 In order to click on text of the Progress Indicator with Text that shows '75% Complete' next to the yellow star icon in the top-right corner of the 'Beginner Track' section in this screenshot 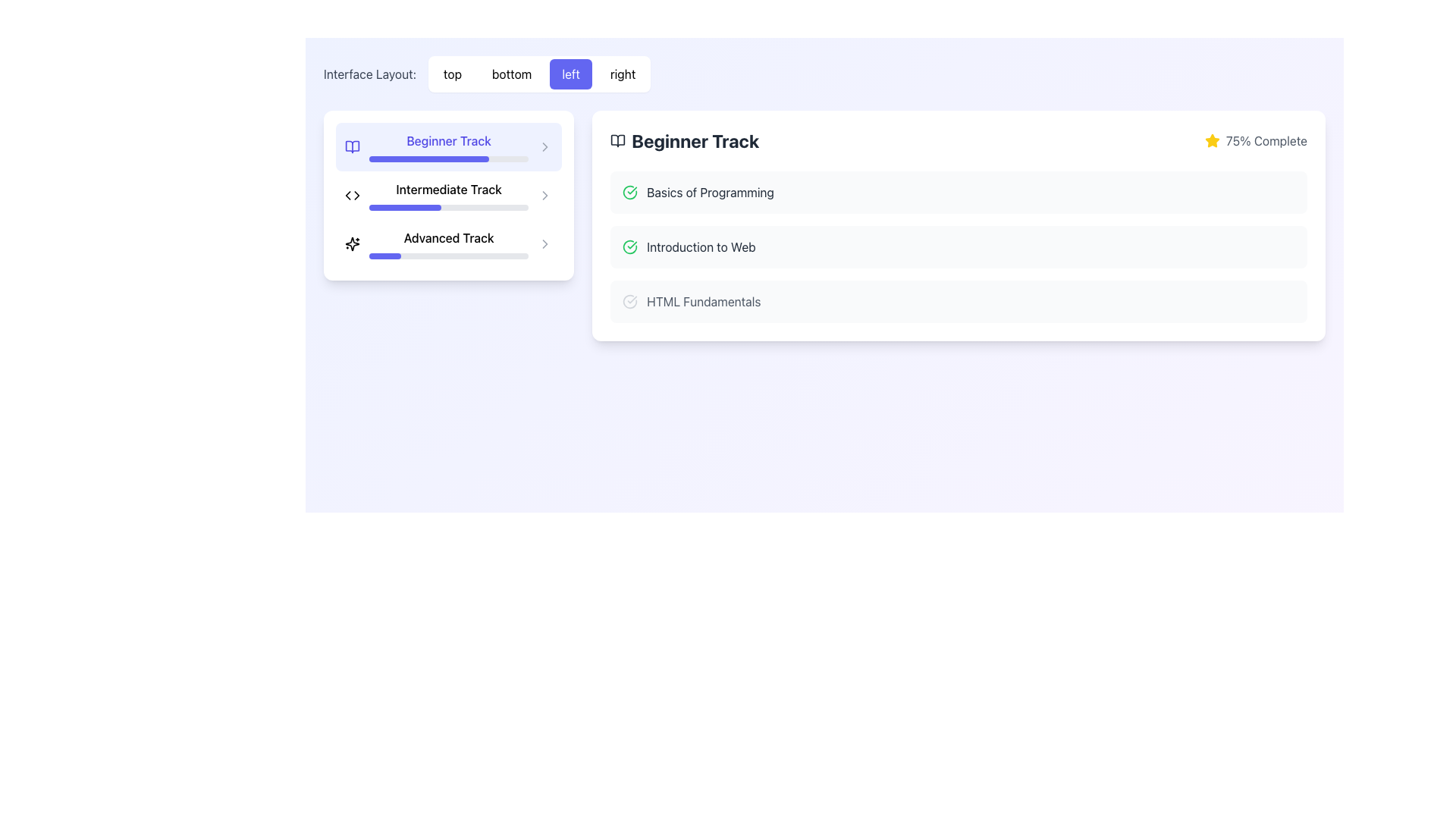, I will do `click(1256, 140)`.